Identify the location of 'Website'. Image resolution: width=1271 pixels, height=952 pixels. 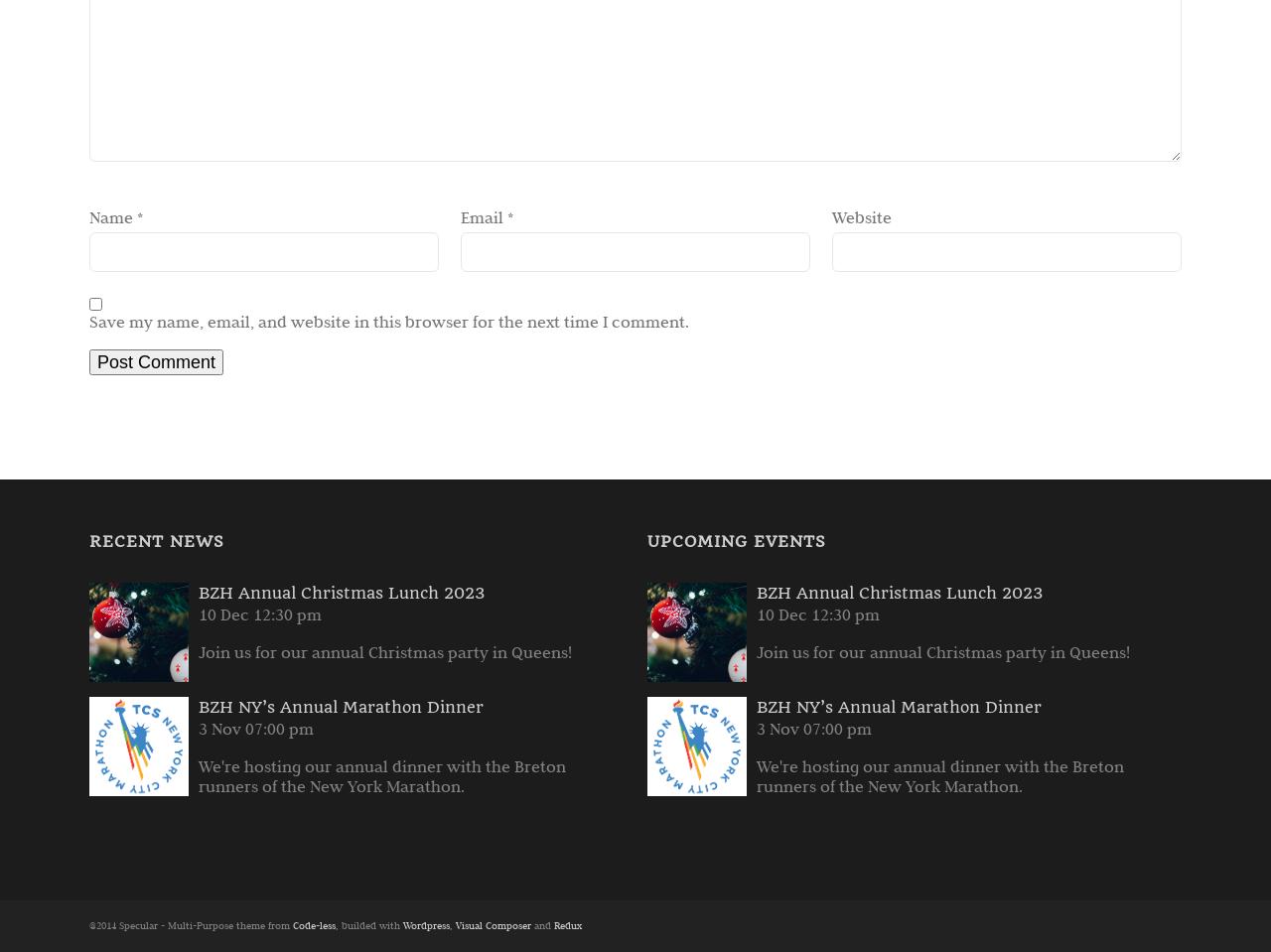
(832, 215).